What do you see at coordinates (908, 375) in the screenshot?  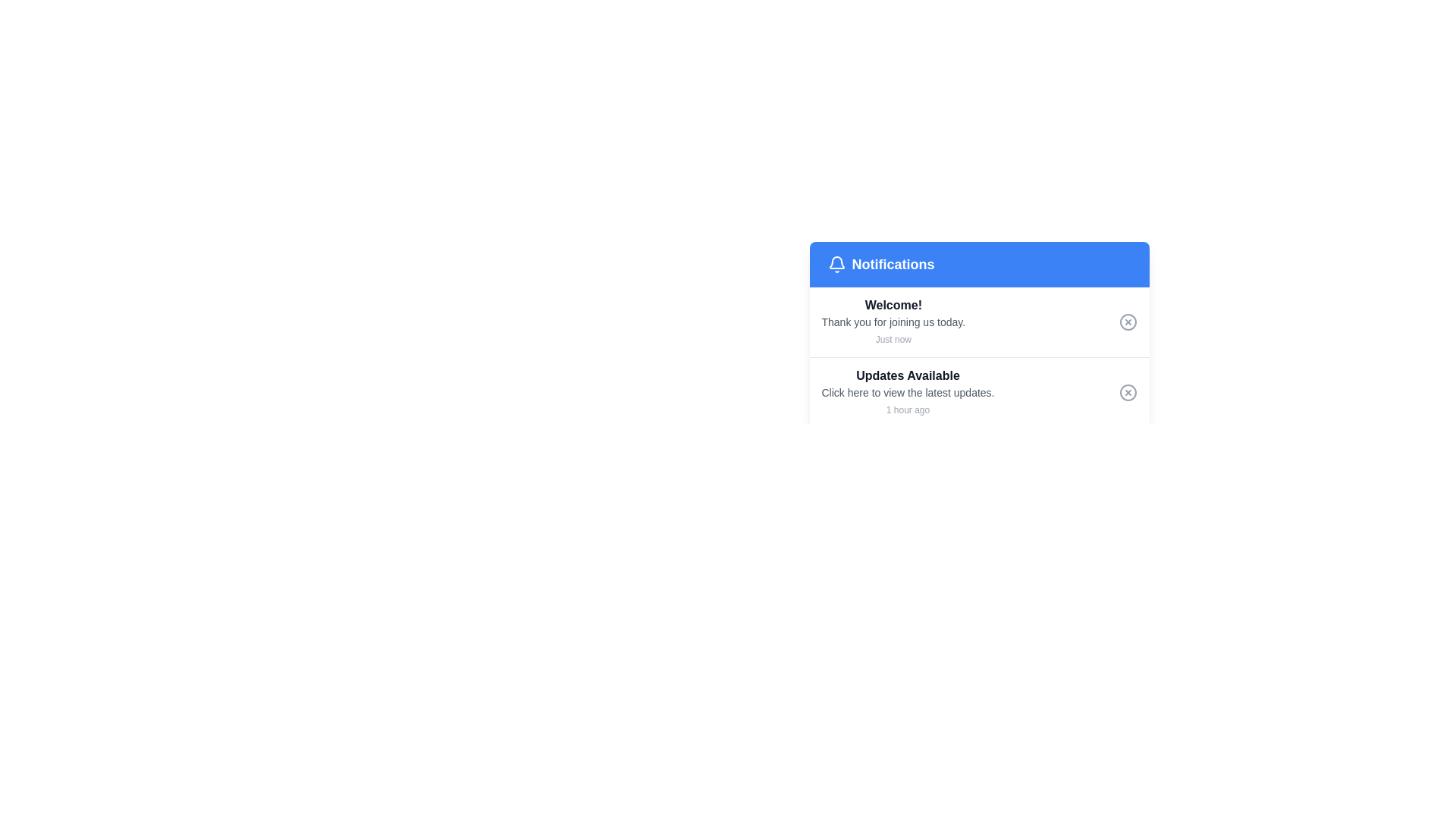 I see `bold text label that reads 'Updates Available', styled in dark gray, located in the notification list under 'Notifications'` at bounding box center [908, 375].